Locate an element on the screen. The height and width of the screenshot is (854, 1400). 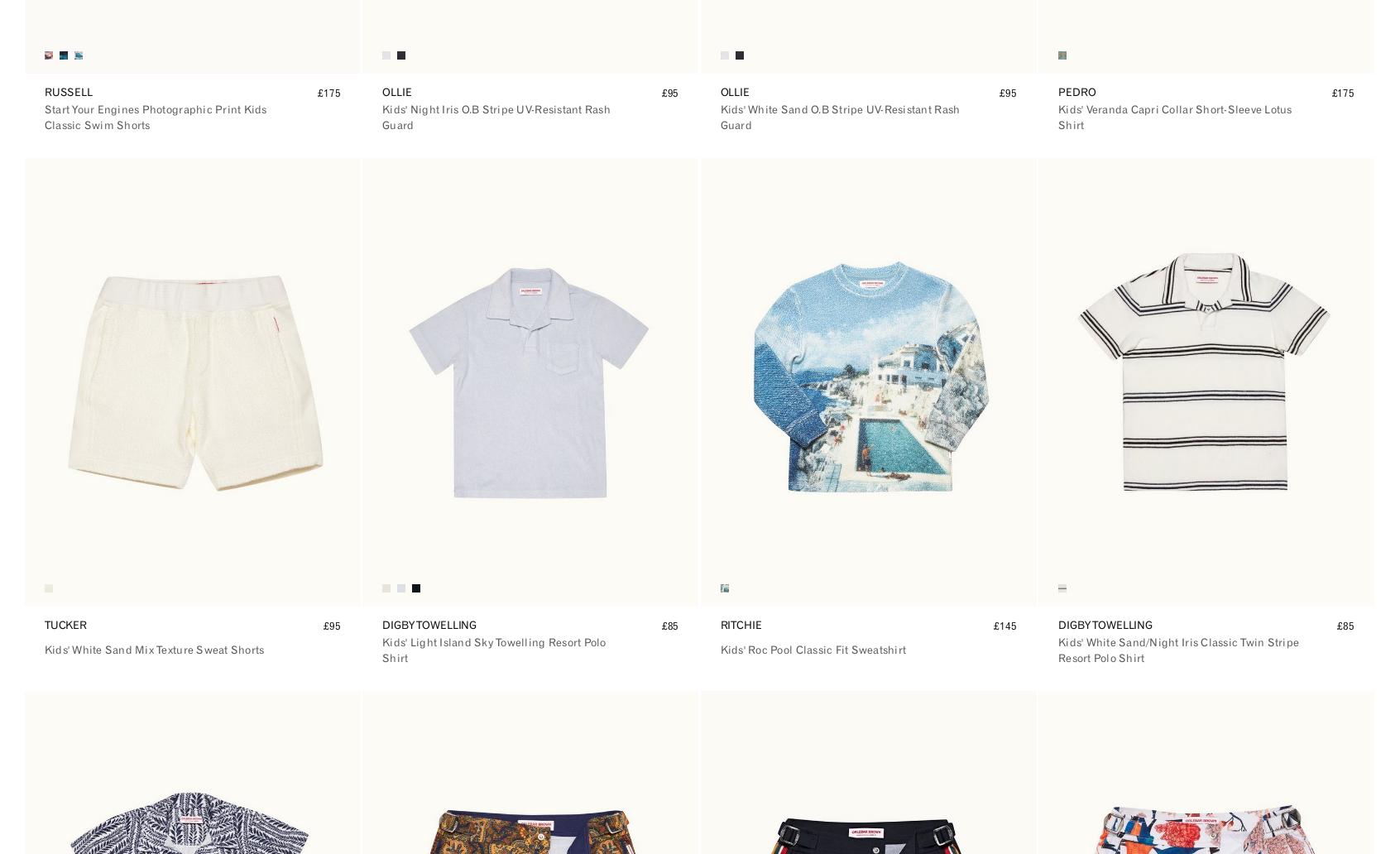
'Kids' White Sand/Night Iris Classic Twin Stripe Resort Polo Shirt' is located at coordinates (1057, 649).